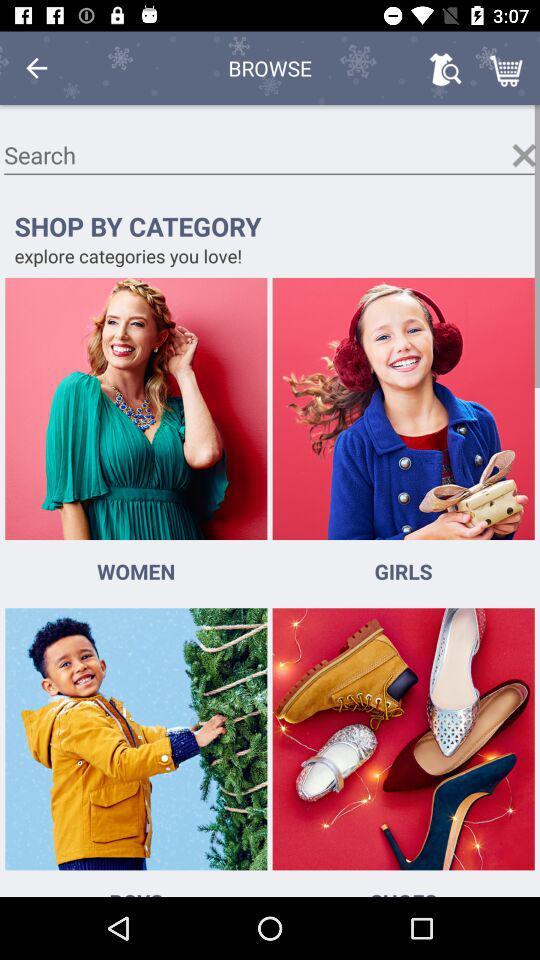 The image size is (540, 960). What do you see at coordinates (270, 154) in the screenshot?
I see `search` at bounding box center [270, 154].